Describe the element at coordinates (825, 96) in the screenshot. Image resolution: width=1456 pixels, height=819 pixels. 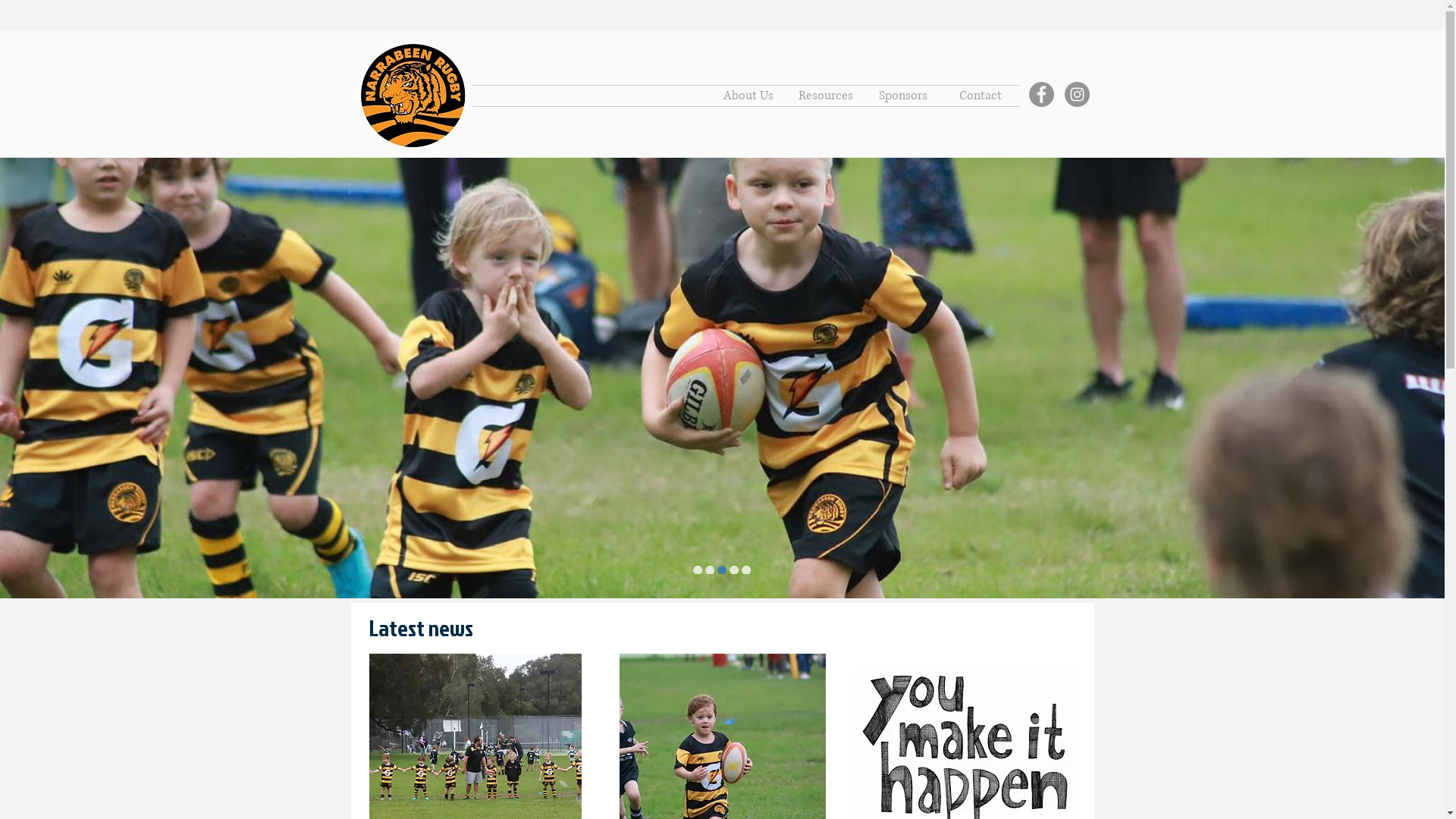
I see `'Resources'` at that location.